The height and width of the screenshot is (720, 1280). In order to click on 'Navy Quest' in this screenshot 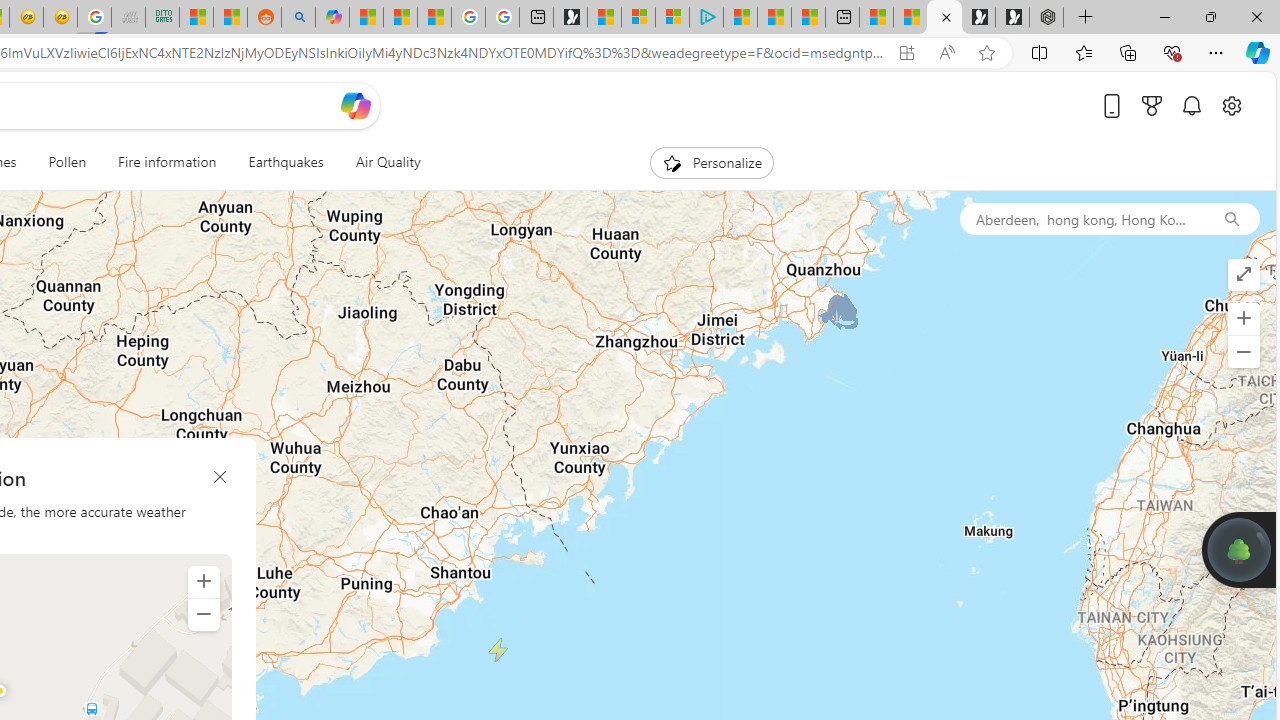, I will do `click(127, 17)`.